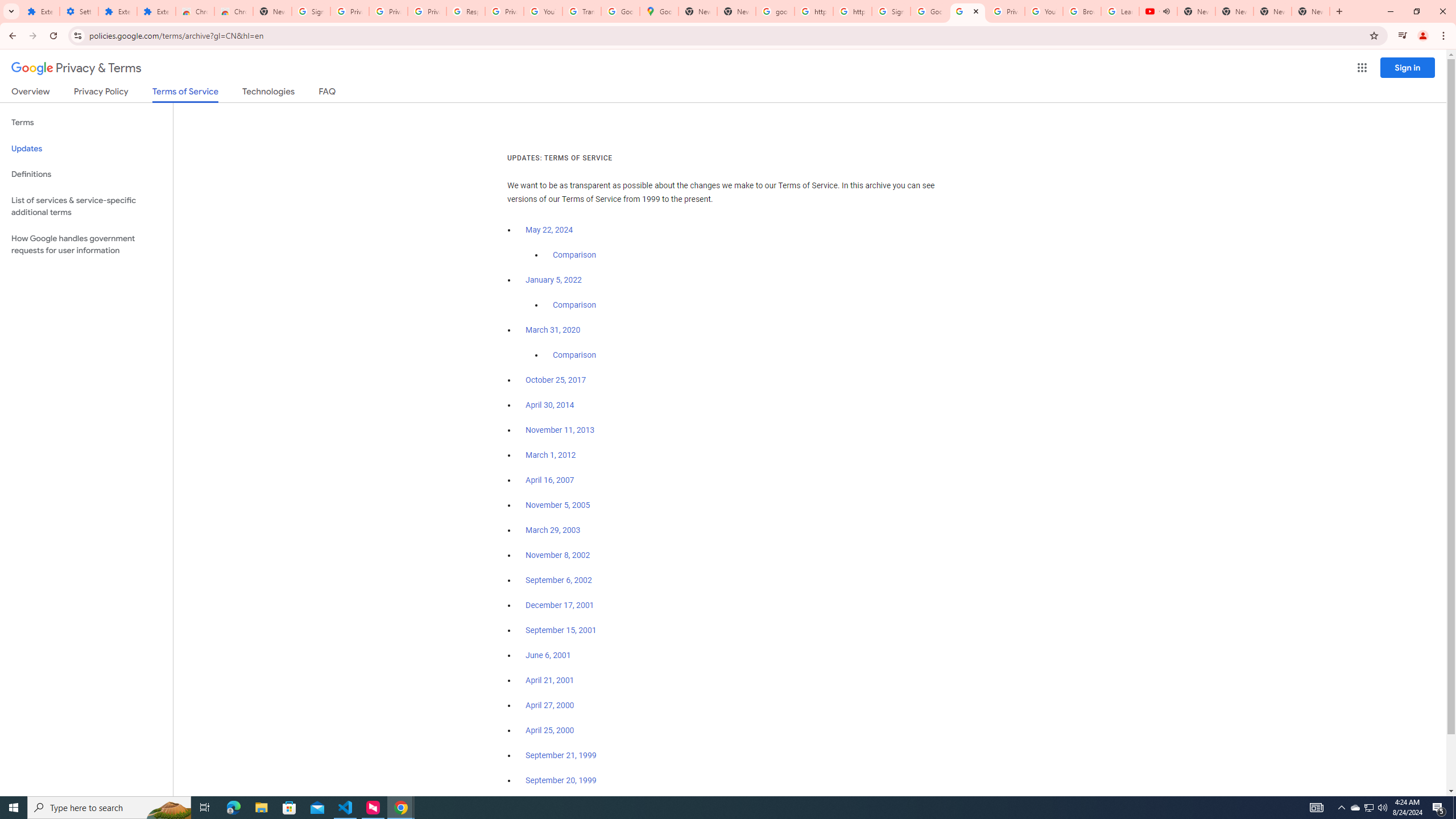 The height and width of the screenshot is (819, 1456). I want to click on 'March 31, 2020', so click(552, 330).